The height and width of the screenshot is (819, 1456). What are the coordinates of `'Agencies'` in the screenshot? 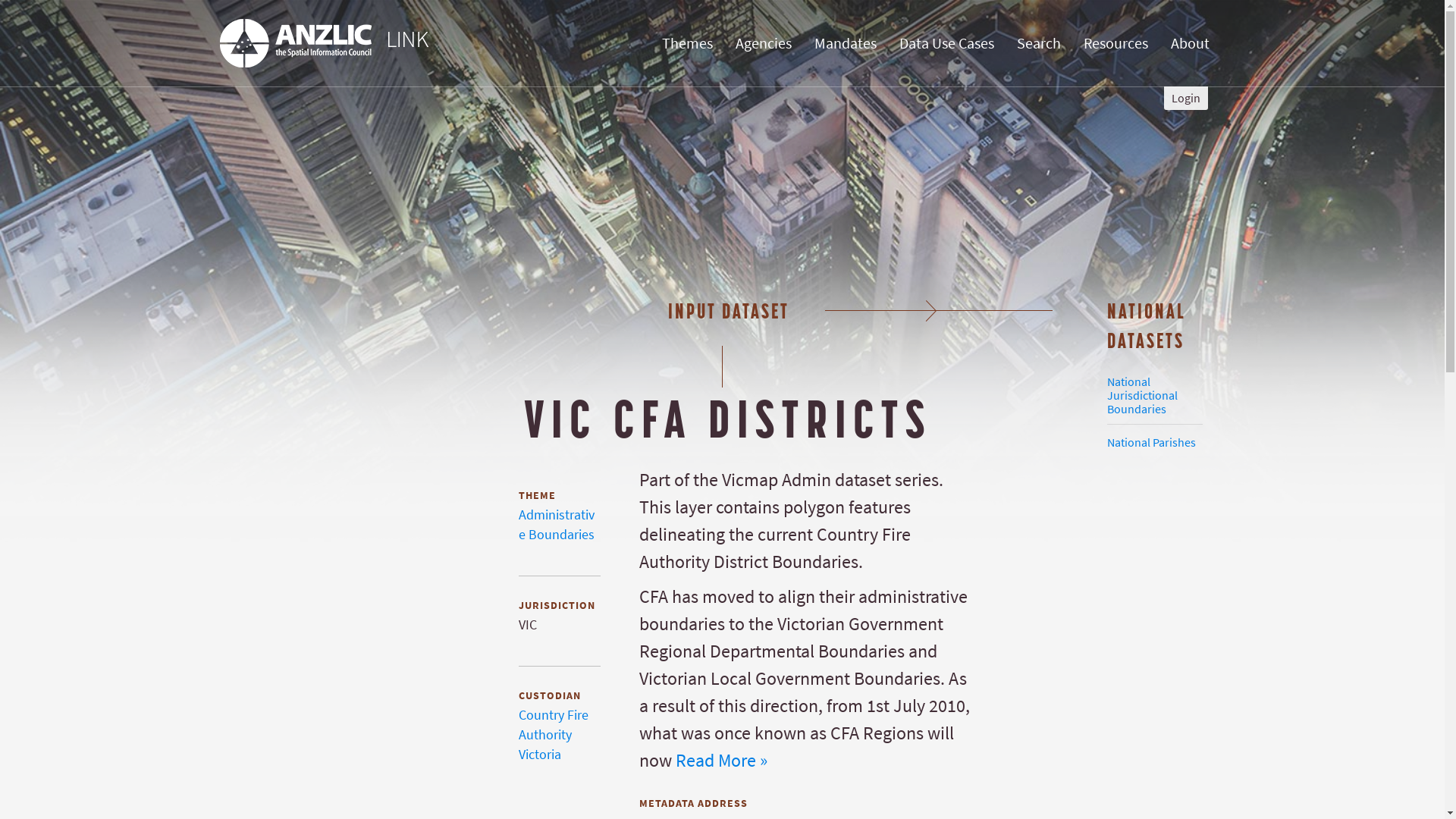 It's located at (764, 42).